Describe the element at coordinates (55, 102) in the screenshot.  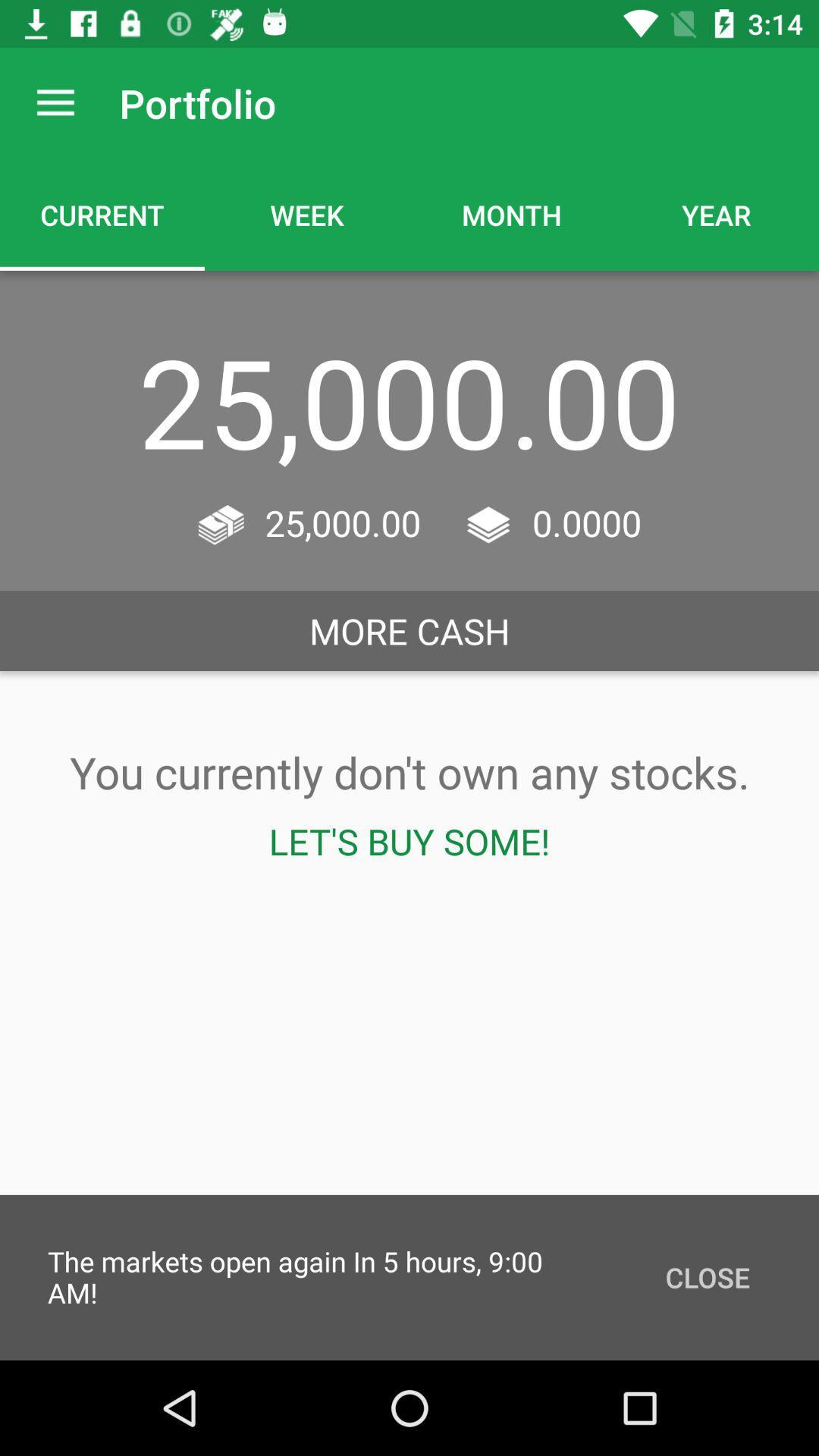
I see `the icon to the left of the portfolio item` at that location.